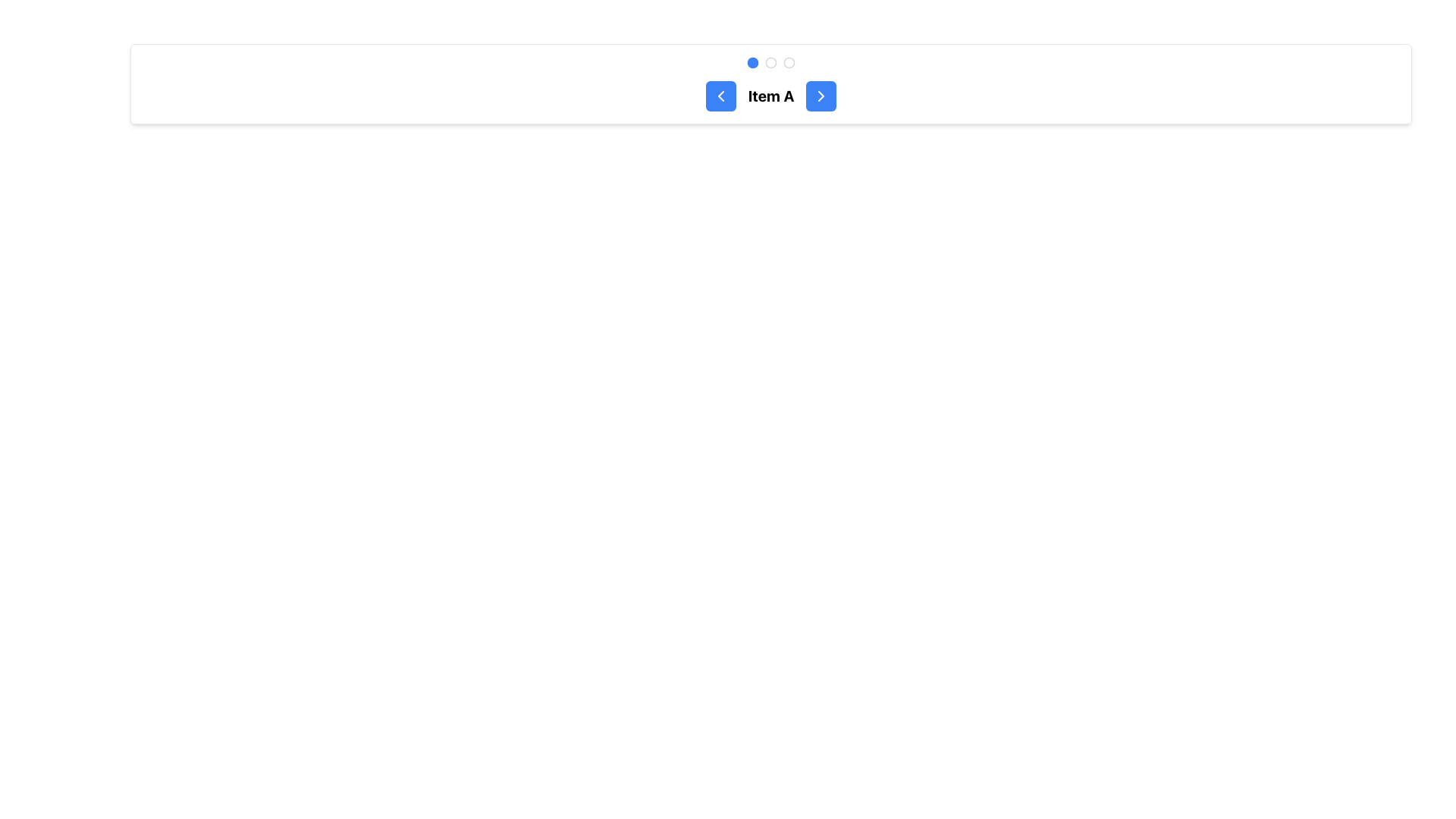 The height and width of the screenshot is (819, 1456). I want to click on the chevron icon inside the circular button on the far-right side of the blue control bar, so click(821, 96).